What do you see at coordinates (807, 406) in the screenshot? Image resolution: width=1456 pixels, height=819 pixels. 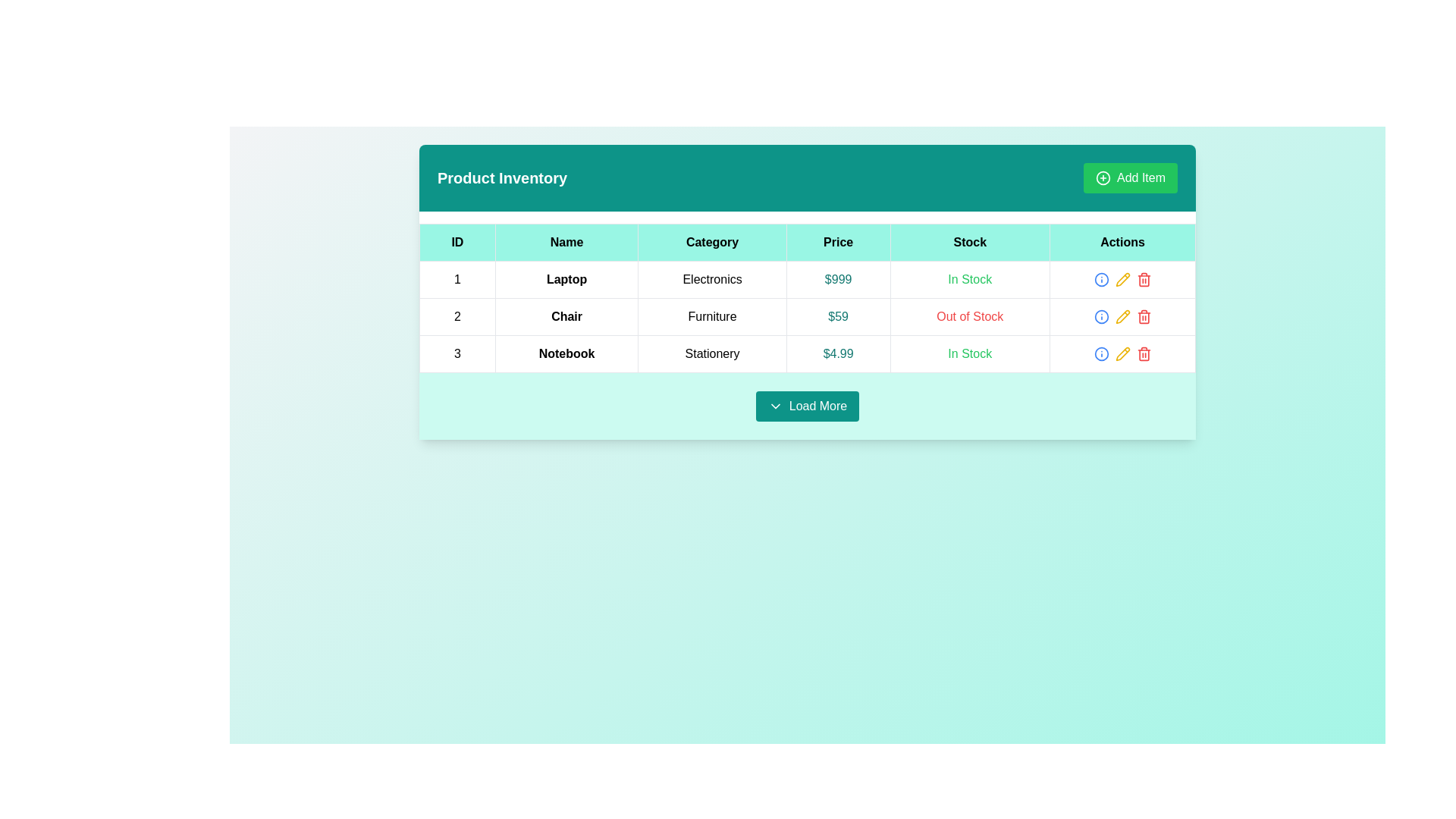 I see `the 'Load More' button located at the bottom of the 'Product Inventory' table to load additional content` at bounding box center [807, 406].